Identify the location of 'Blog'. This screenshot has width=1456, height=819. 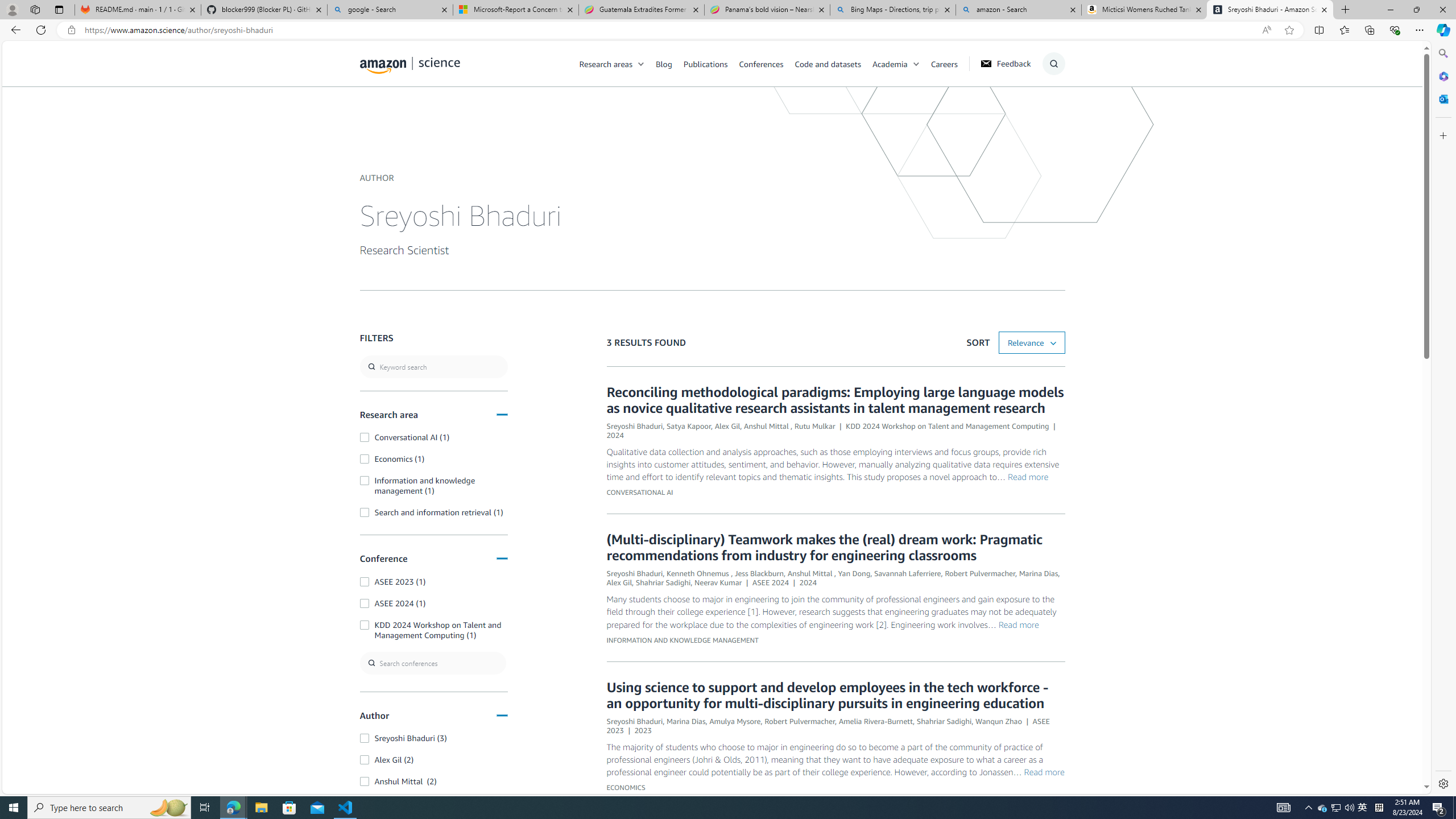
(669, 63).